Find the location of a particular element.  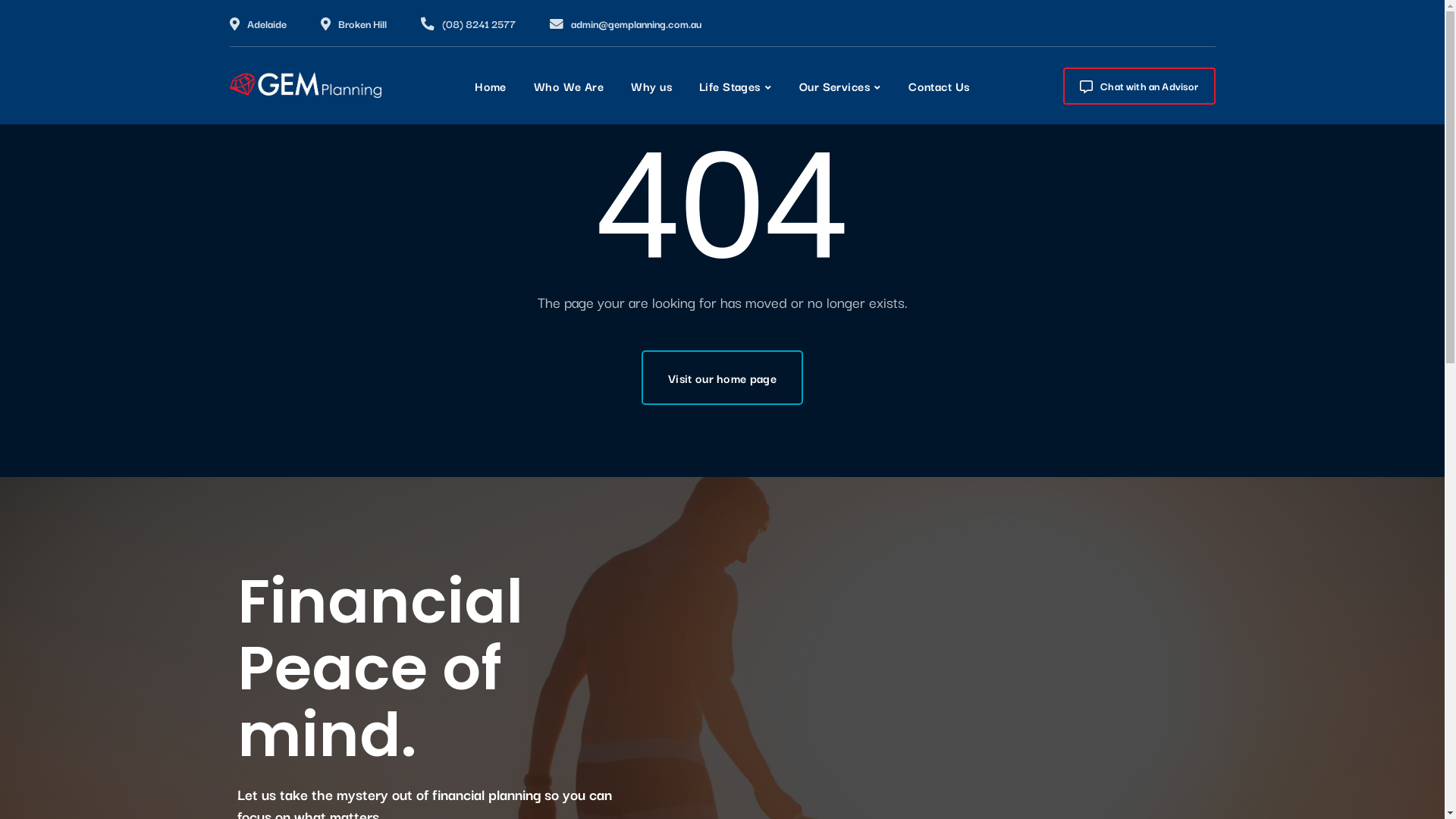

'Life Stages' is located at coordinates (735, 85).